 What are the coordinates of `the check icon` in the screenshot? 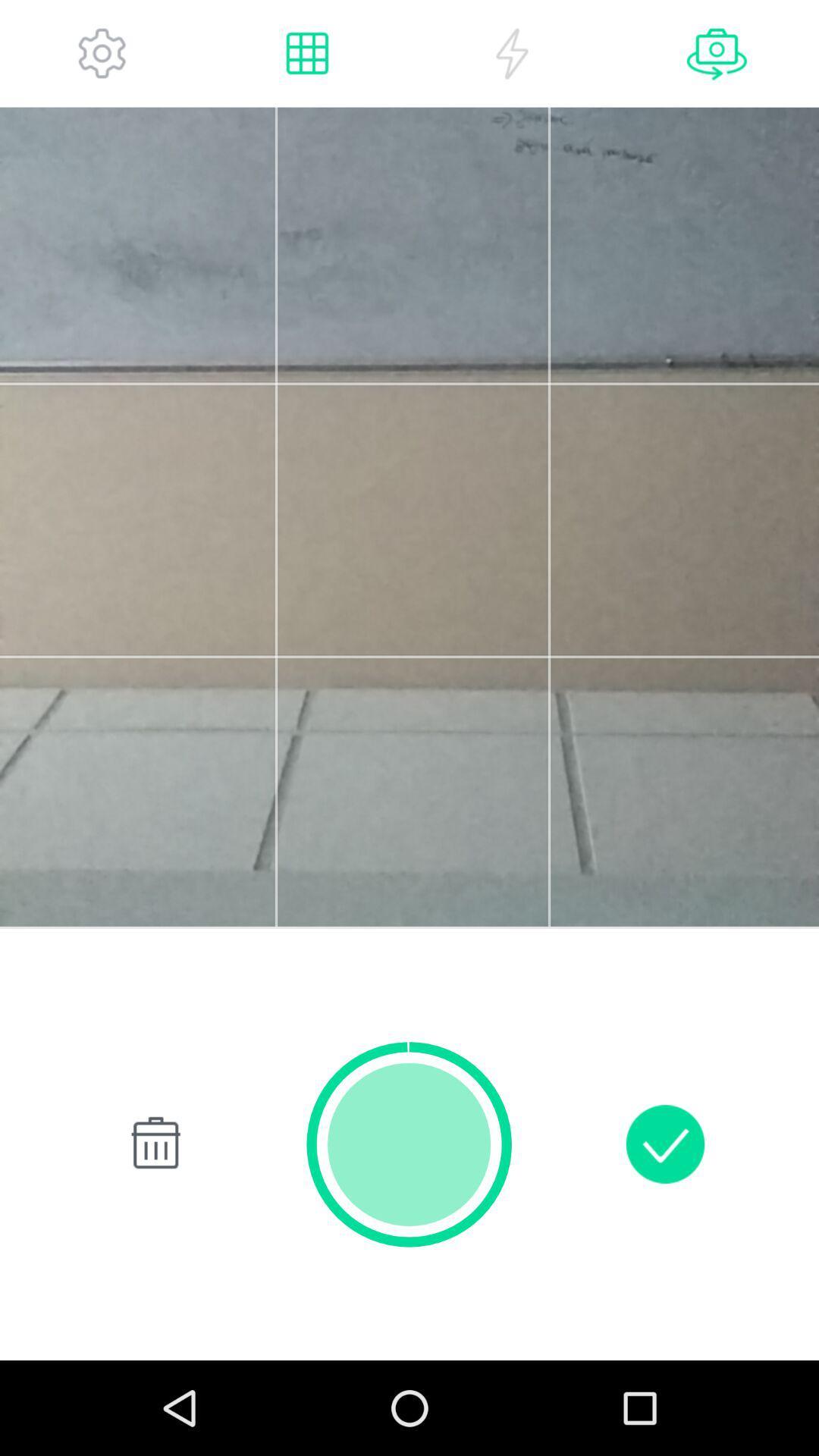 It's located at (664, 1224).